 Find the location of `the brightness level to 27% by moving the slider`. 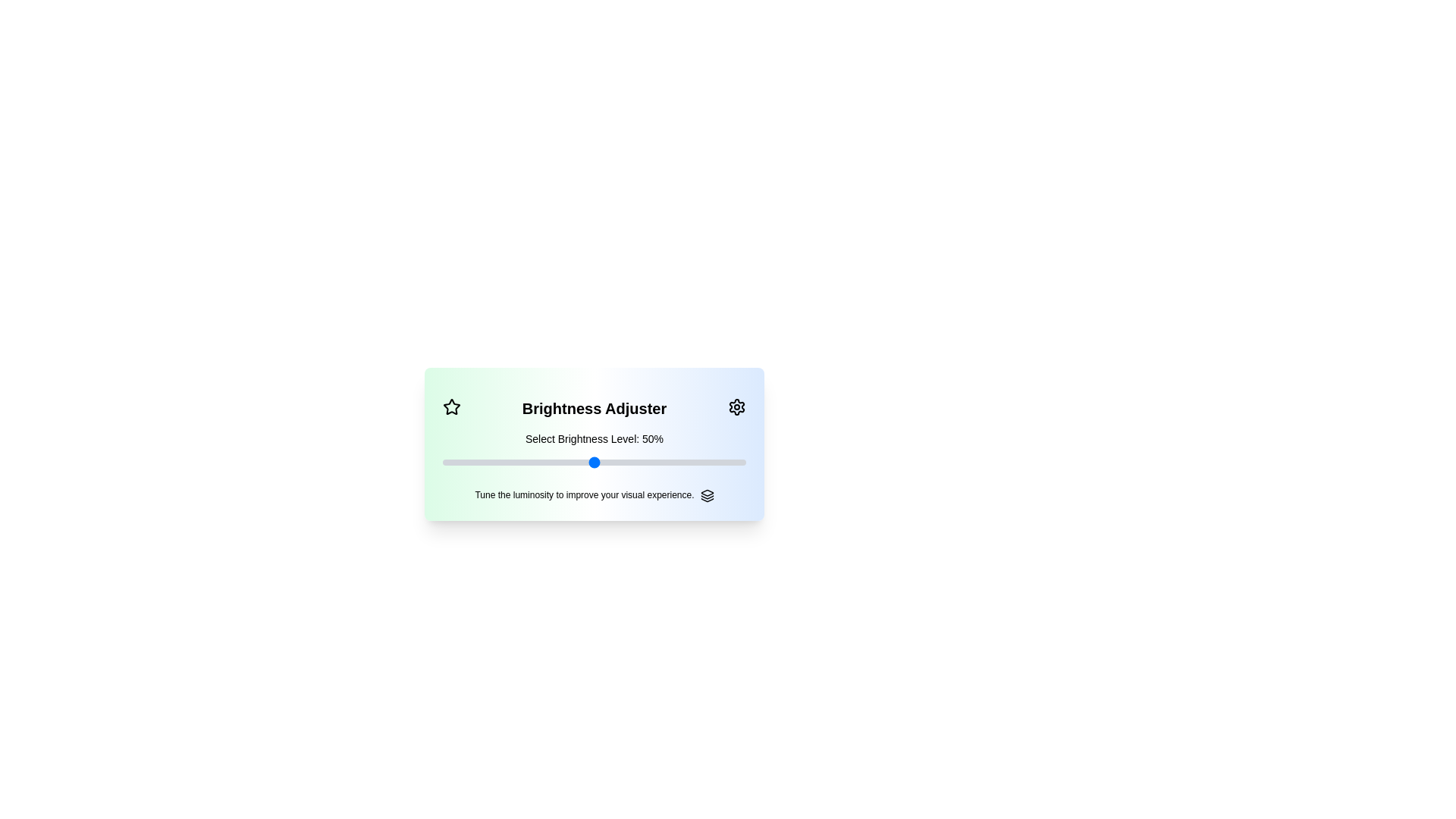

the brightness level to 27% by moving the slider is located at coordinates (524, 461).